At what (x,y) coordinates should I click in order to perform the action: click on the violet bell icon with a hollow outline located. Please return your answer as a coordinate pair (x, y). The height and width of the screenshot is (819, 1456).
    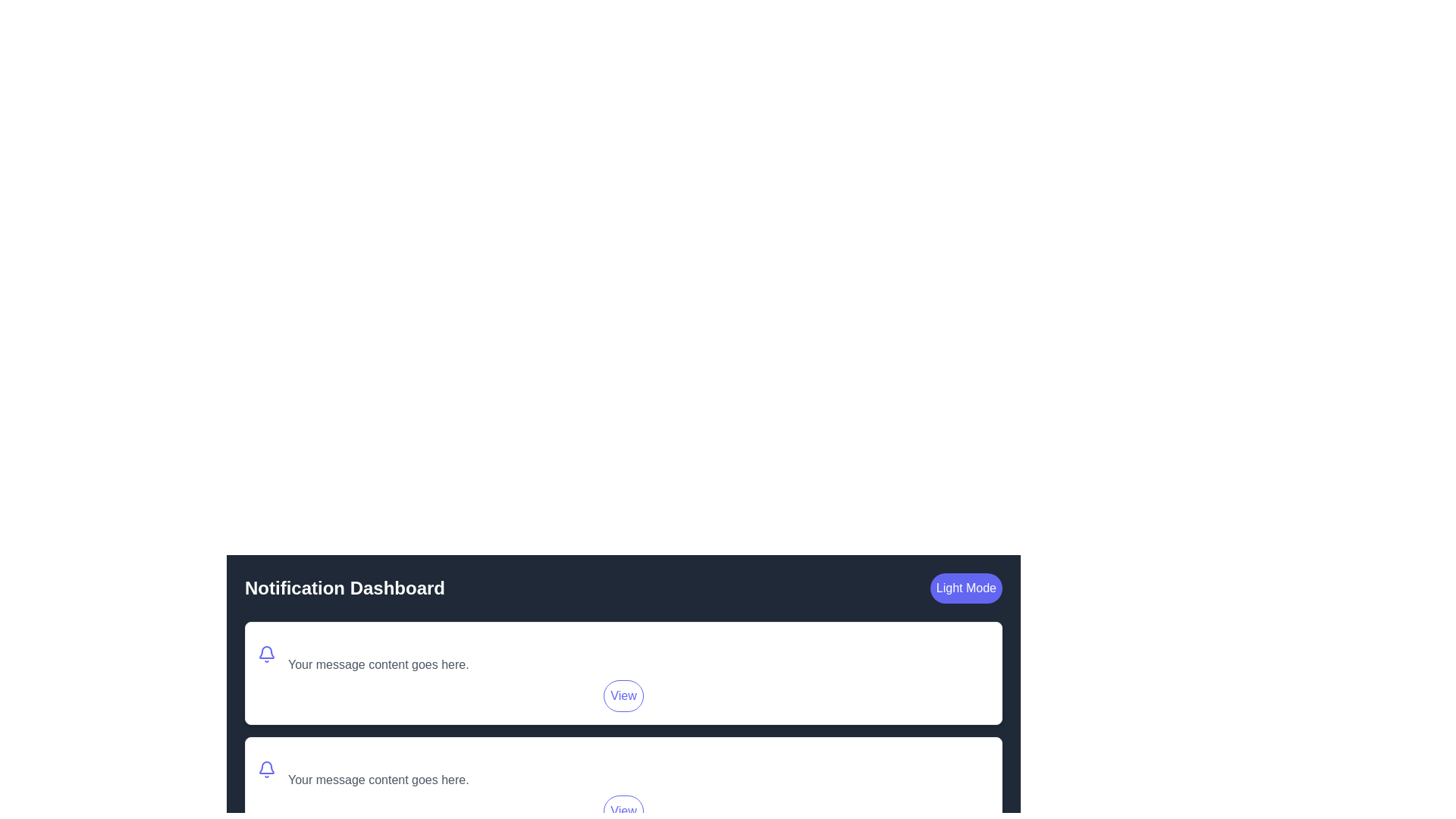
    Looking at the image, I should click on (266, 651).